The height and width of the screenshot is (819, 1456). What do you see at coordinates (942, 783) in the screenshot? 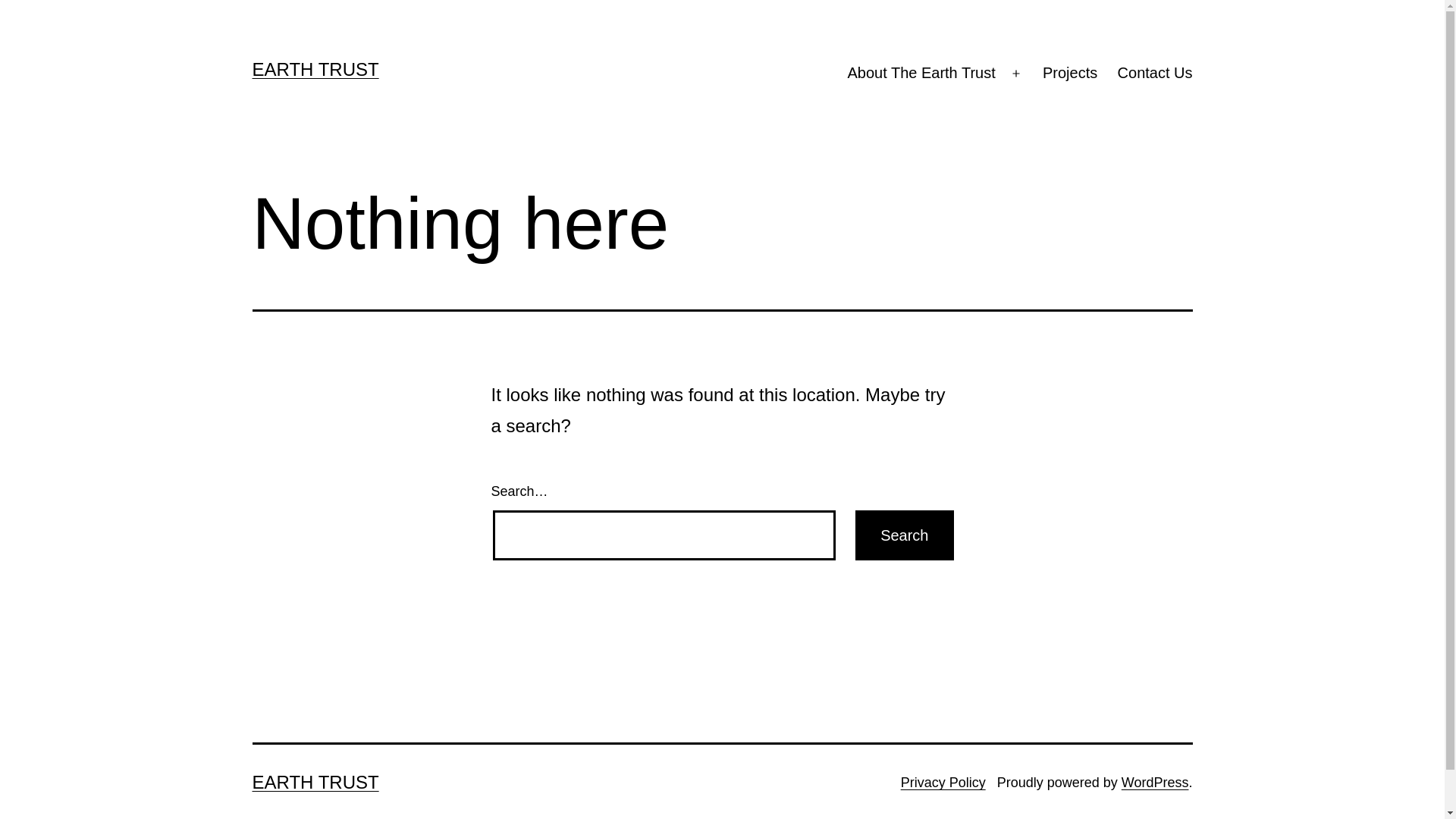
I see `'Privacy Policy'` at bounding box center [942, 783].